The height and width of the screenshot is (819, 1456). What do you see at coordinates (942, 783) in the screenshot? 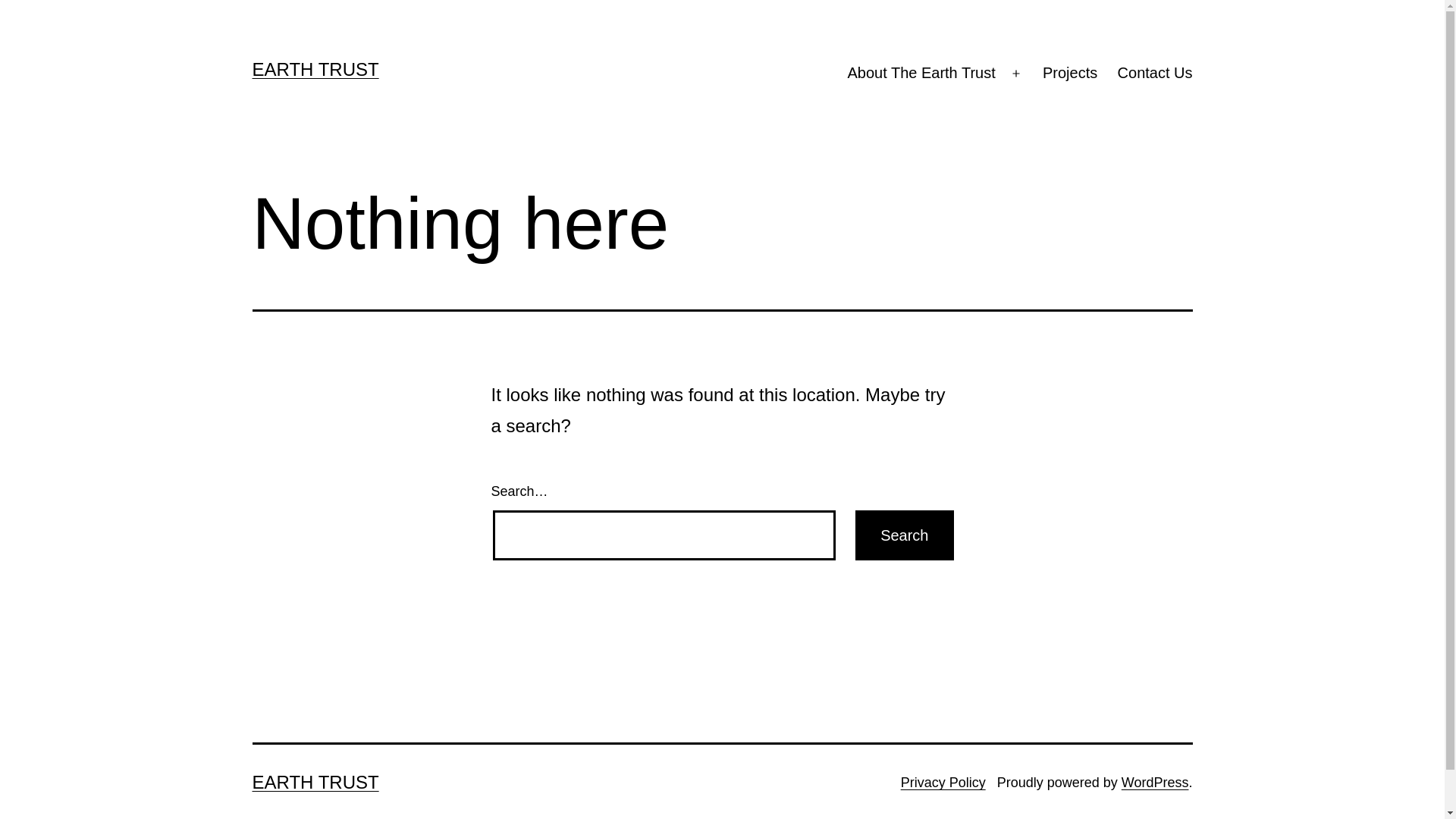
I see `'Privacy Policy'` at bounding box center [942, 783].